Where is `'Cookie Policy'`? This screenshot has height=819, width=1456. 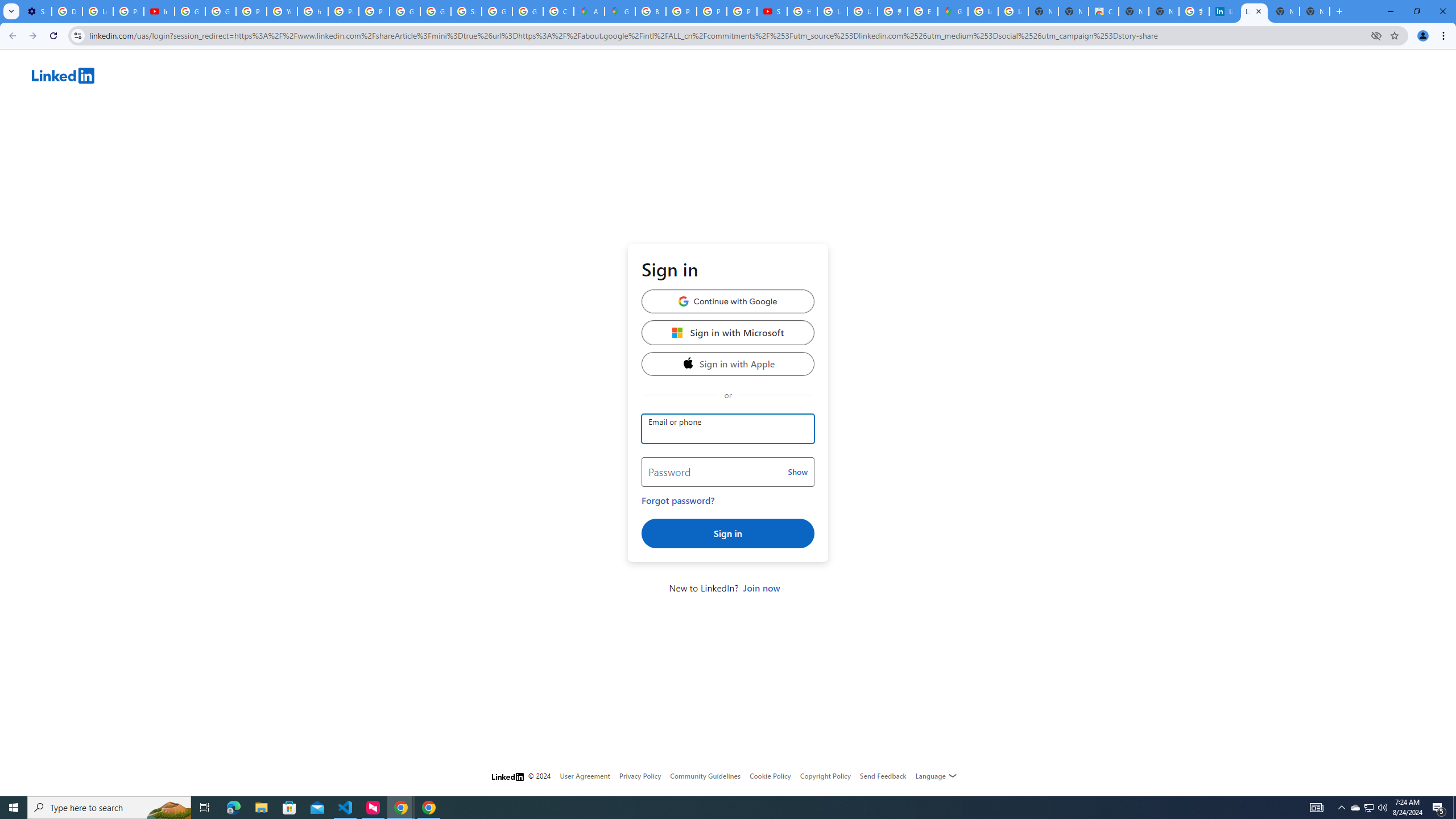
'Cookie Policy' is located at coordinates (770, 775).